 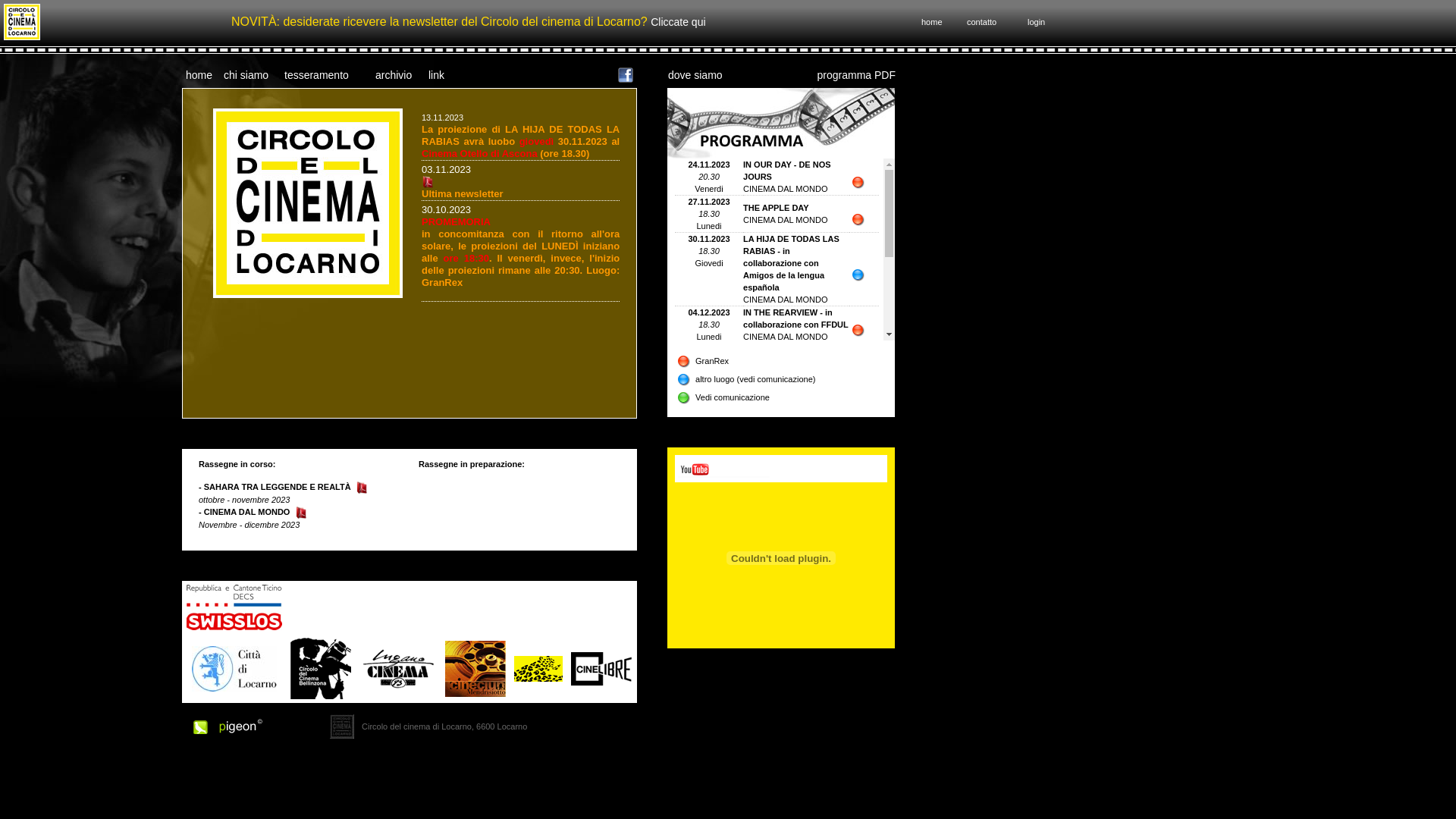 What do you see at coordinates (676, 22) in the screenshot?
I see `'Cliccate qui'` at bounding box center [676, 22].